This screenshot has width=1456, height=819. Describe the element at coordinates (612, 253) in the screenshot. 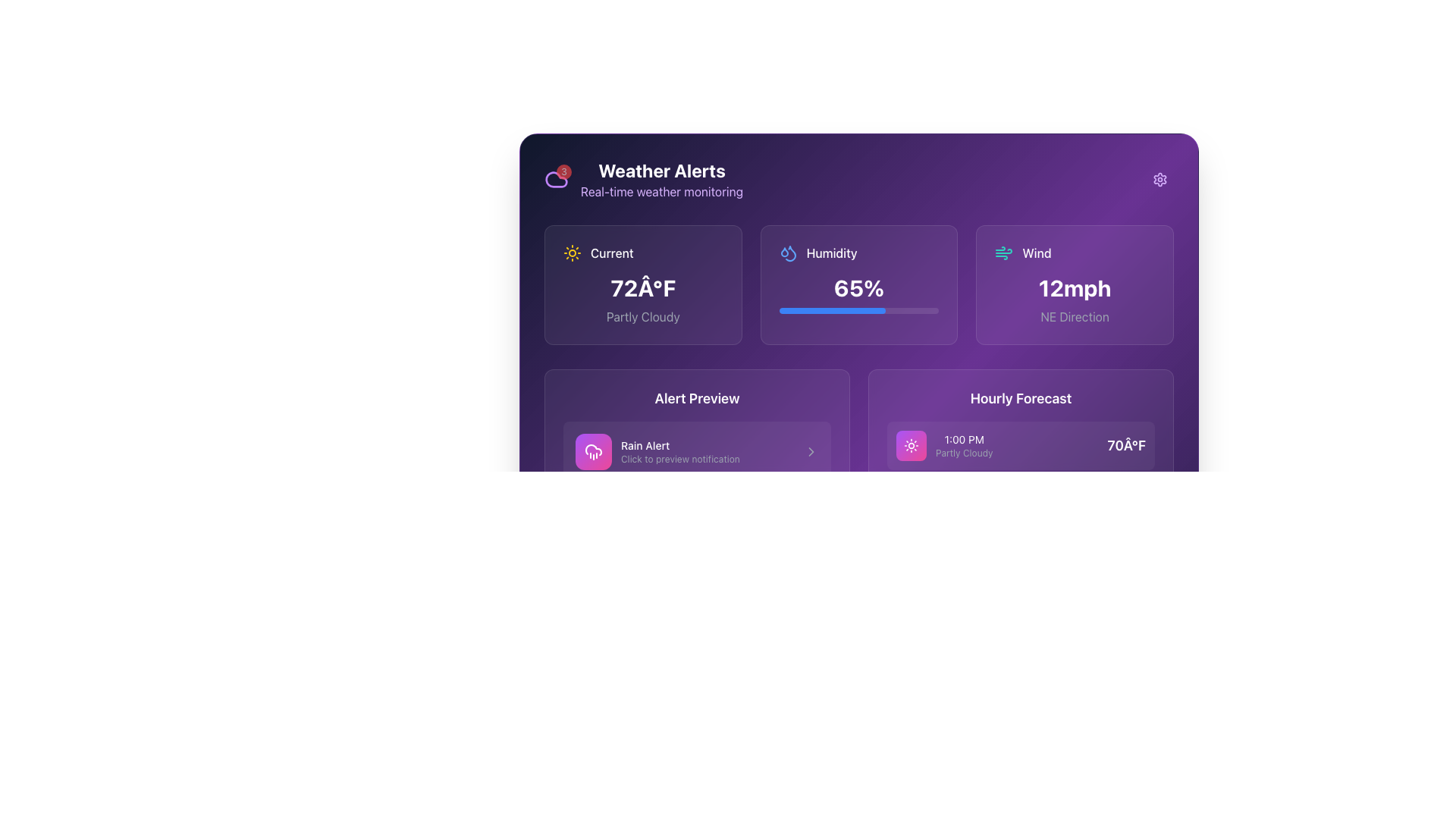

I see `the static text label displaying 'Current' with a white font on a dark purple background, located in the top-left area of the interface next to a sun icon` at that location.